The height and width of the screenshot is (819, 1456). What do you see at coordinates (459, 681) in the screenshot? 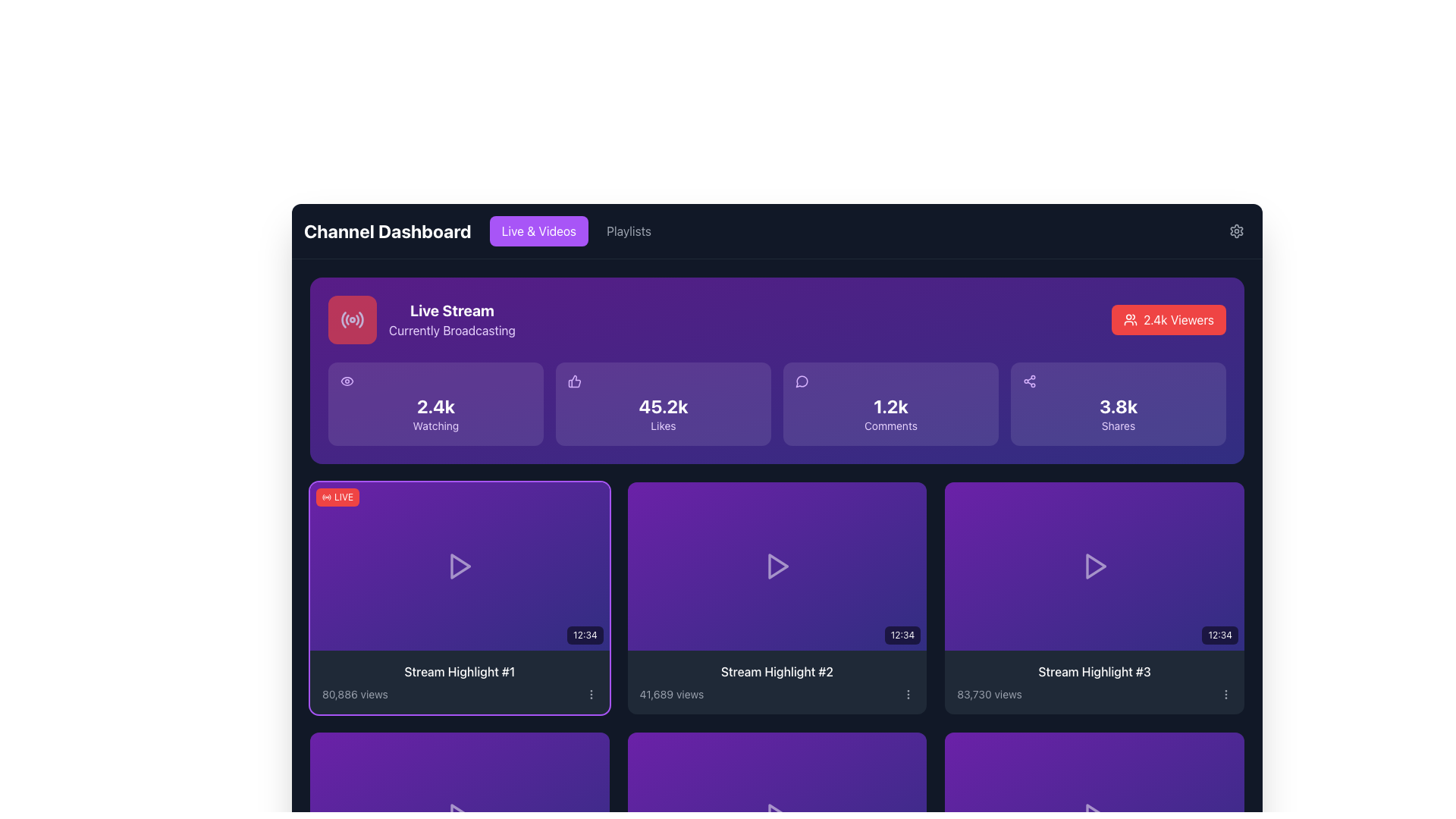
I see `the title text label in the informational footer of the first video card in the grid layout to interact with it` at bounding box center [459, 681].